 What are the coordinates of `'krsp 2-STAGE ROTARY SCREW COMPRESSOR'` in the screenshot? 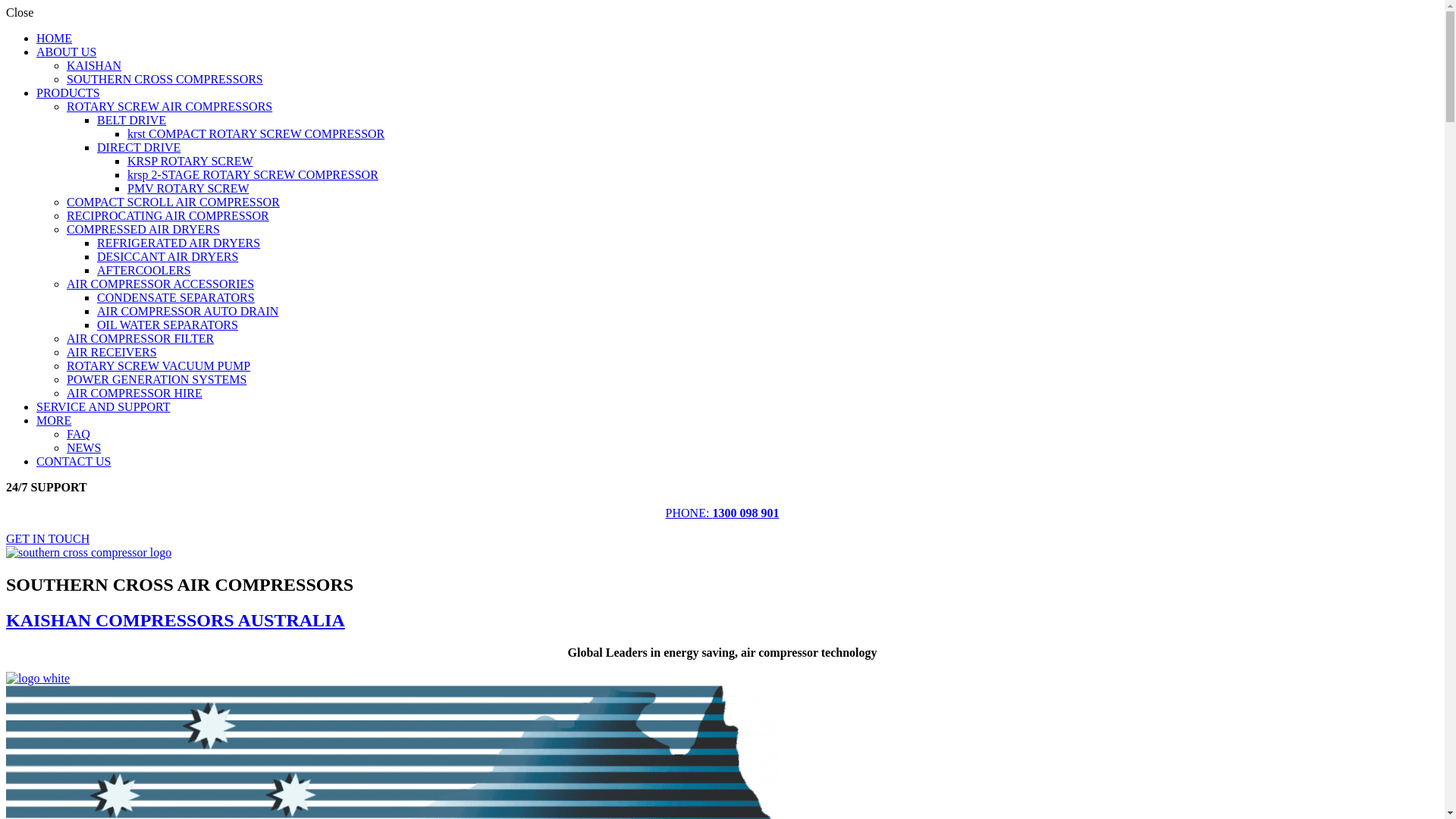 It's located at (253, 174).